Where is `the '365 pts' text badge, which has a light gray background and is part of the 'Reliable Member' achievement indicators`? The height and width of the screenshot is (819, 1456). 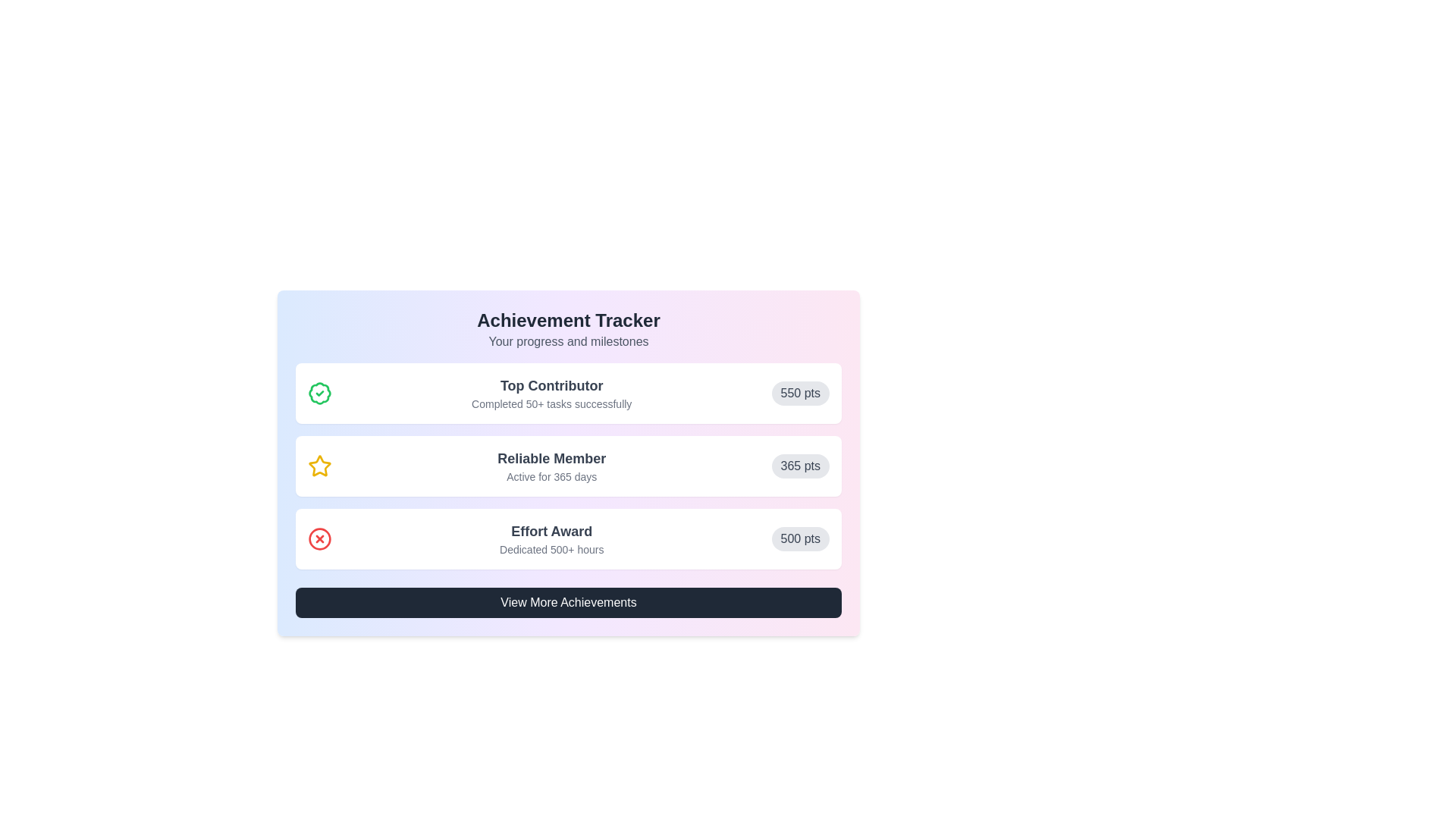 the '365 pts' text badge, which has a light gray background and is part of the 'Reliable Member' achievement indicators is located at coordinates (799, 465).